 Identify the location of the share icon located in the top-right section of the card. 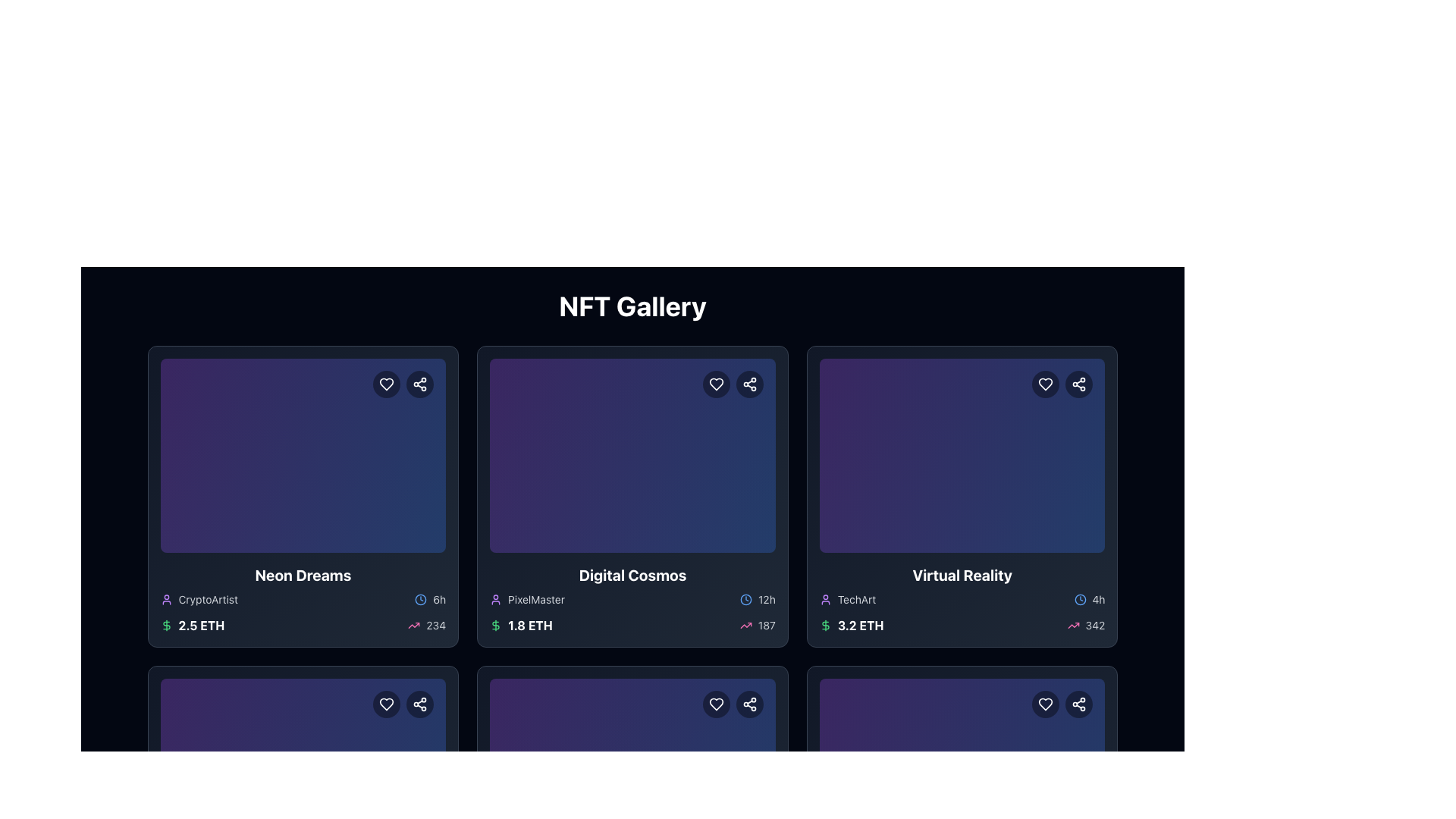
(419, 704).